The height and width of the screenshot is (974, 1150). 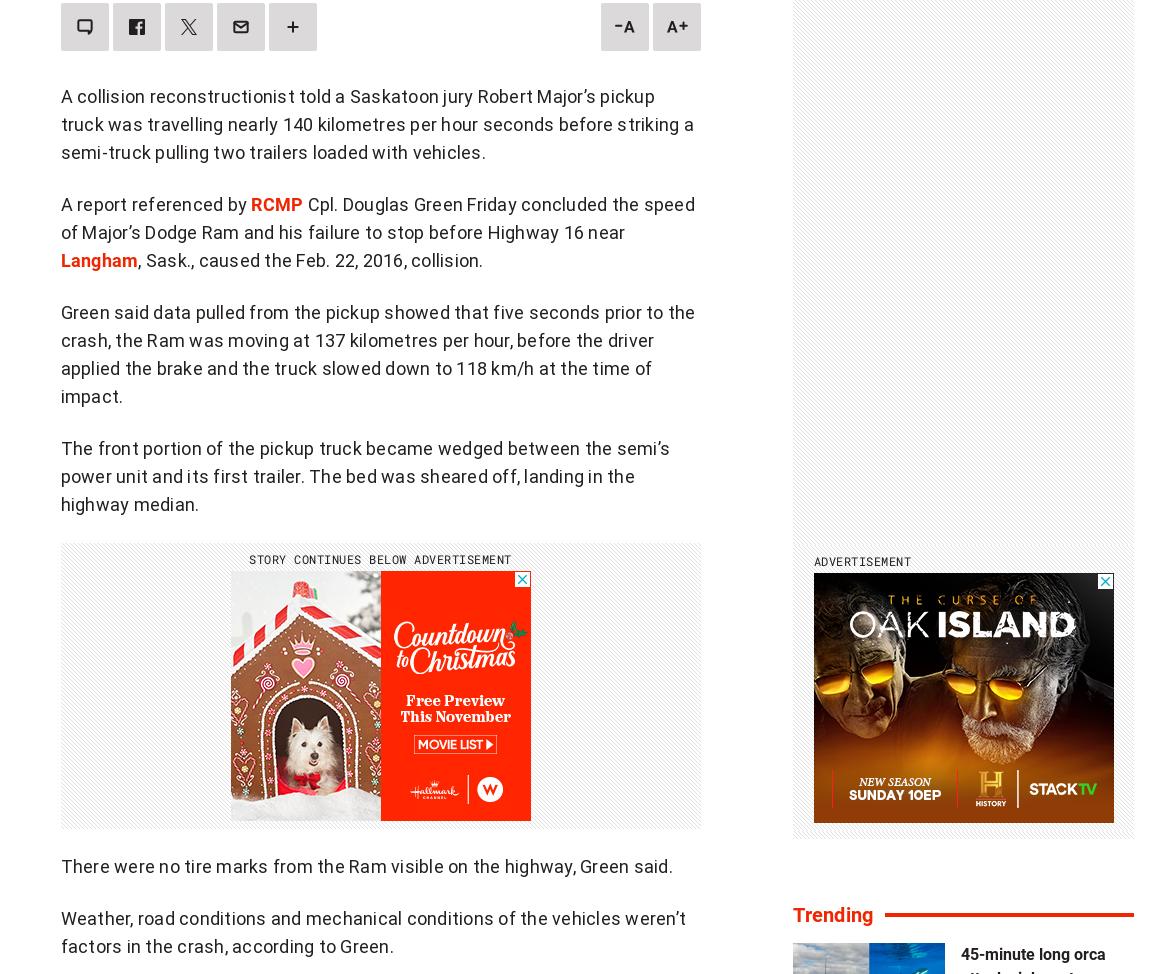 What do you see at coordinates (196, 529) in the screenshot?
I see `'Journalistic standards'` at bounding box center [196, 529].